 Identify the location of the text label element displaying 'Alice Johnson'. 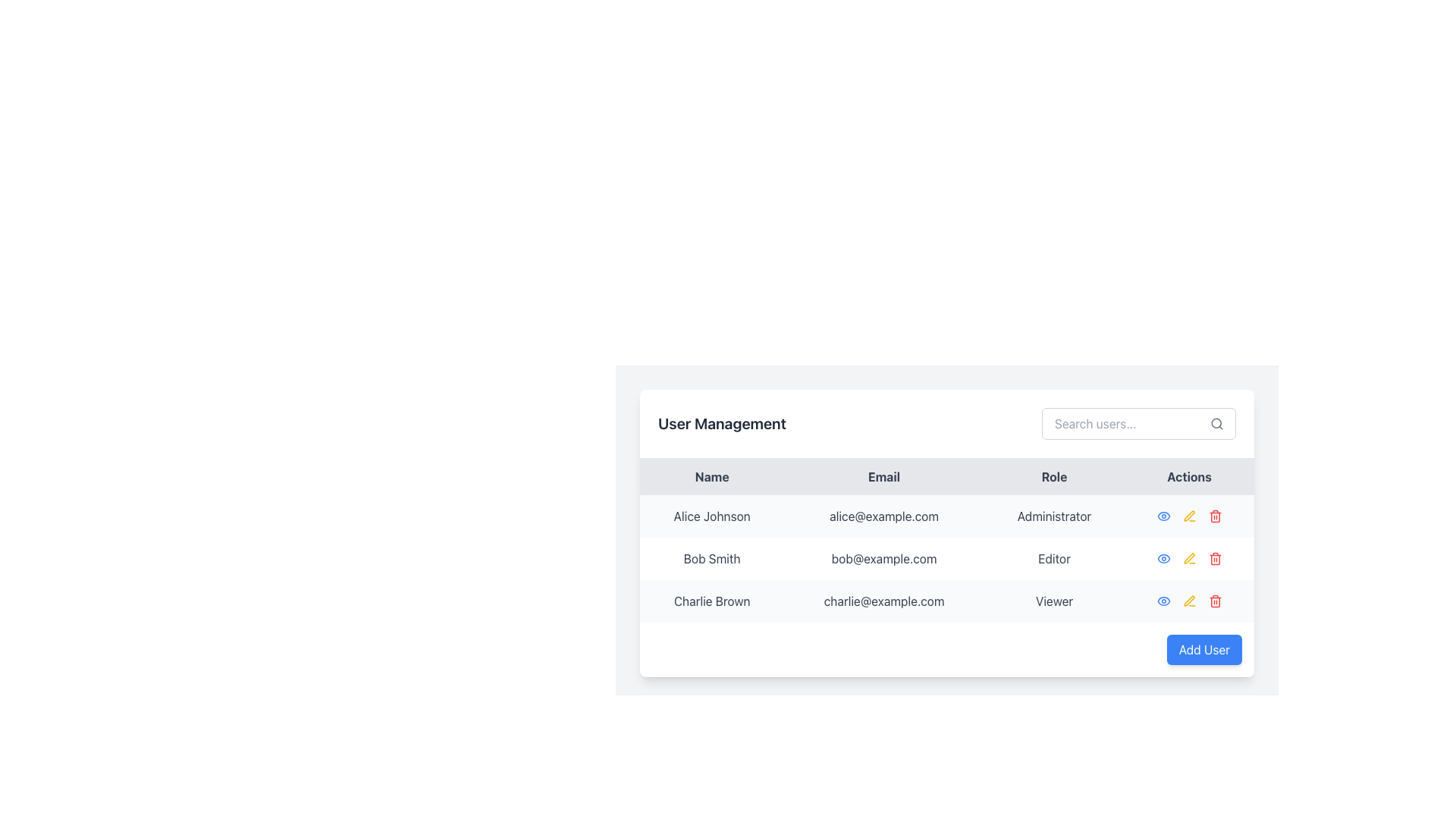
(711, 516).